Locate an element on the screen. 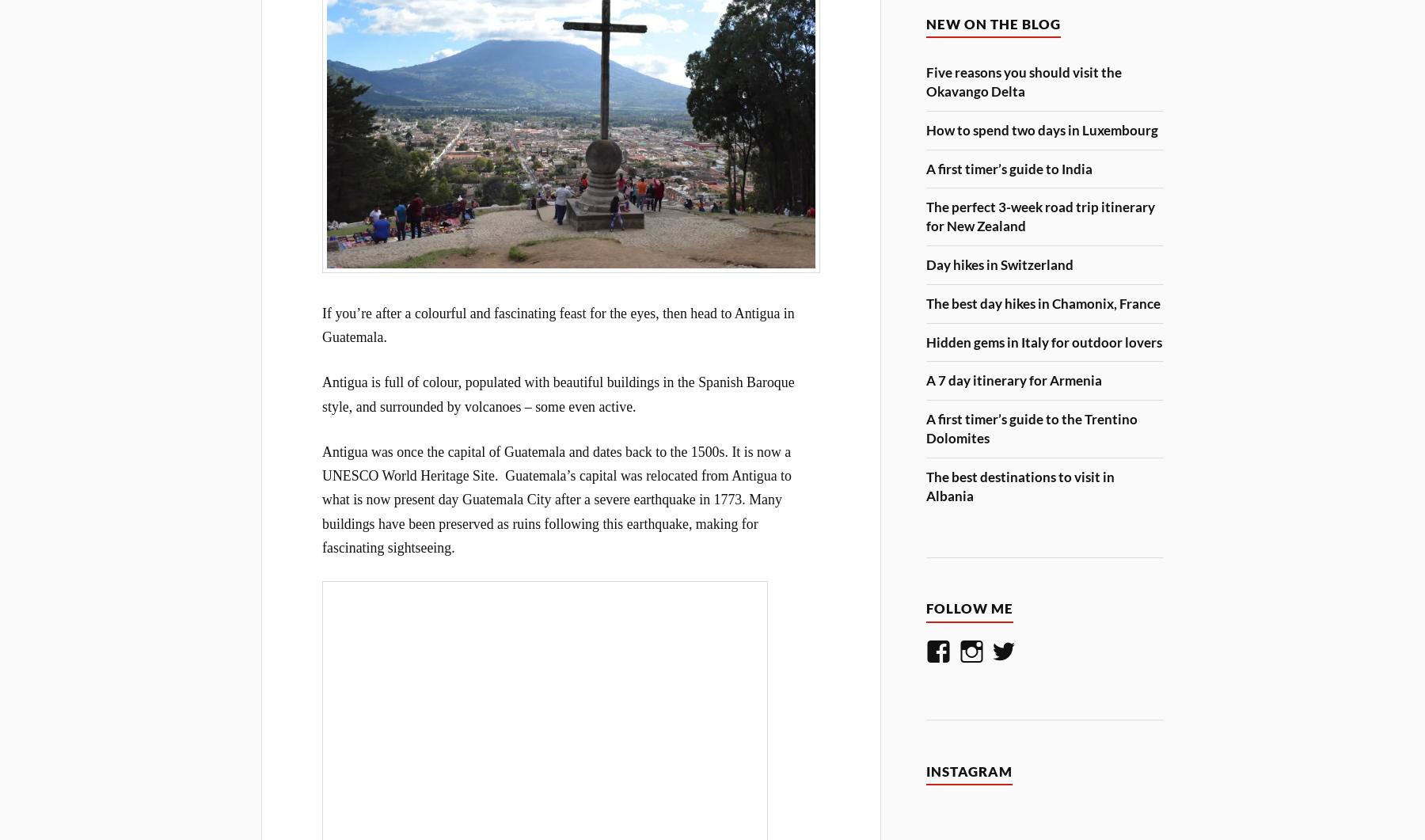 The height and width of the screenshot is (840, 1425). 'A first timer’s guide to the Trentino Dolomites' is located at coordinates (1032, 428).